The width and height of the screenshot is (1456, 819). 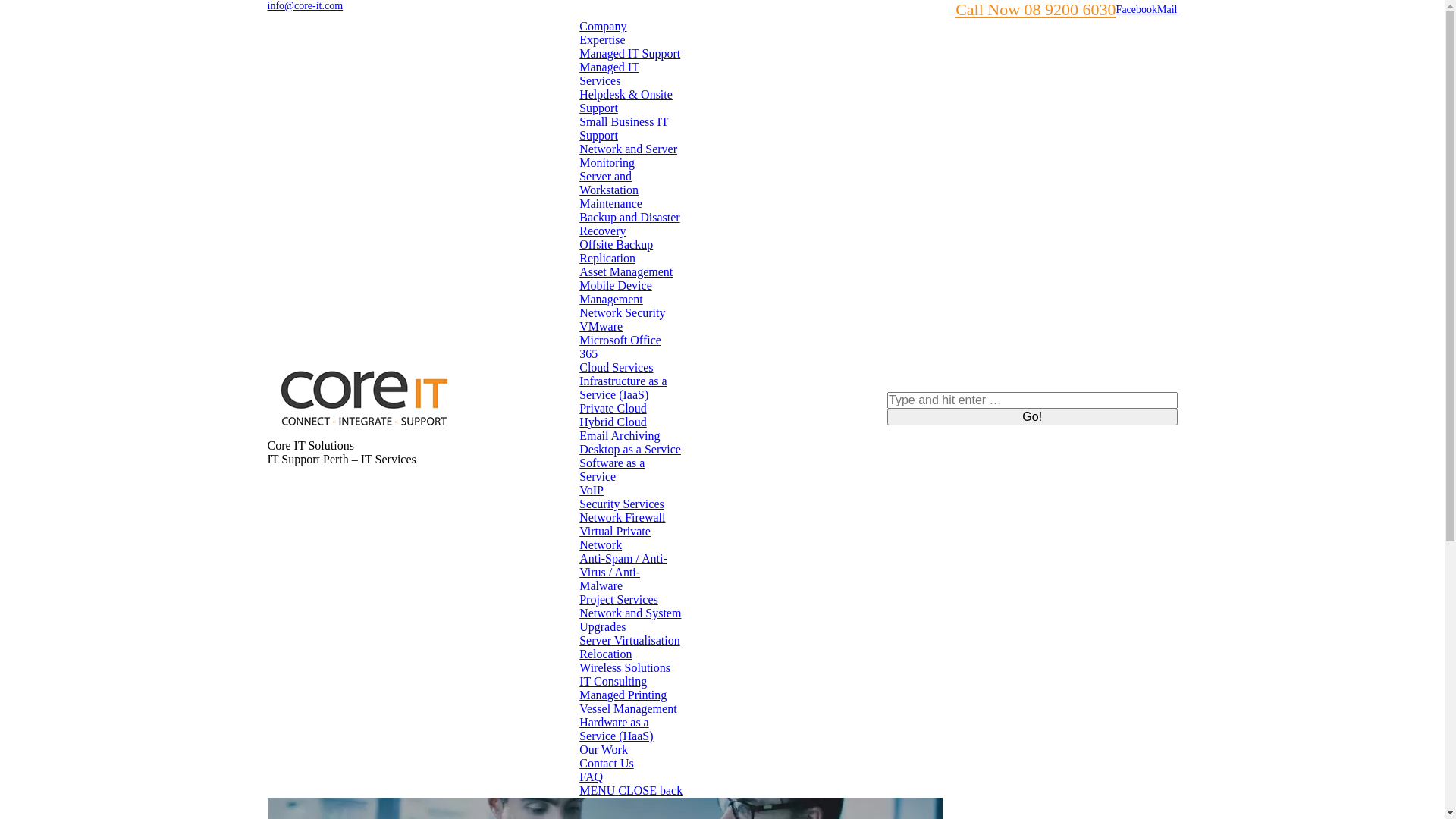 I want to click on 'Managed IT Services', so click(x=609, y=74).